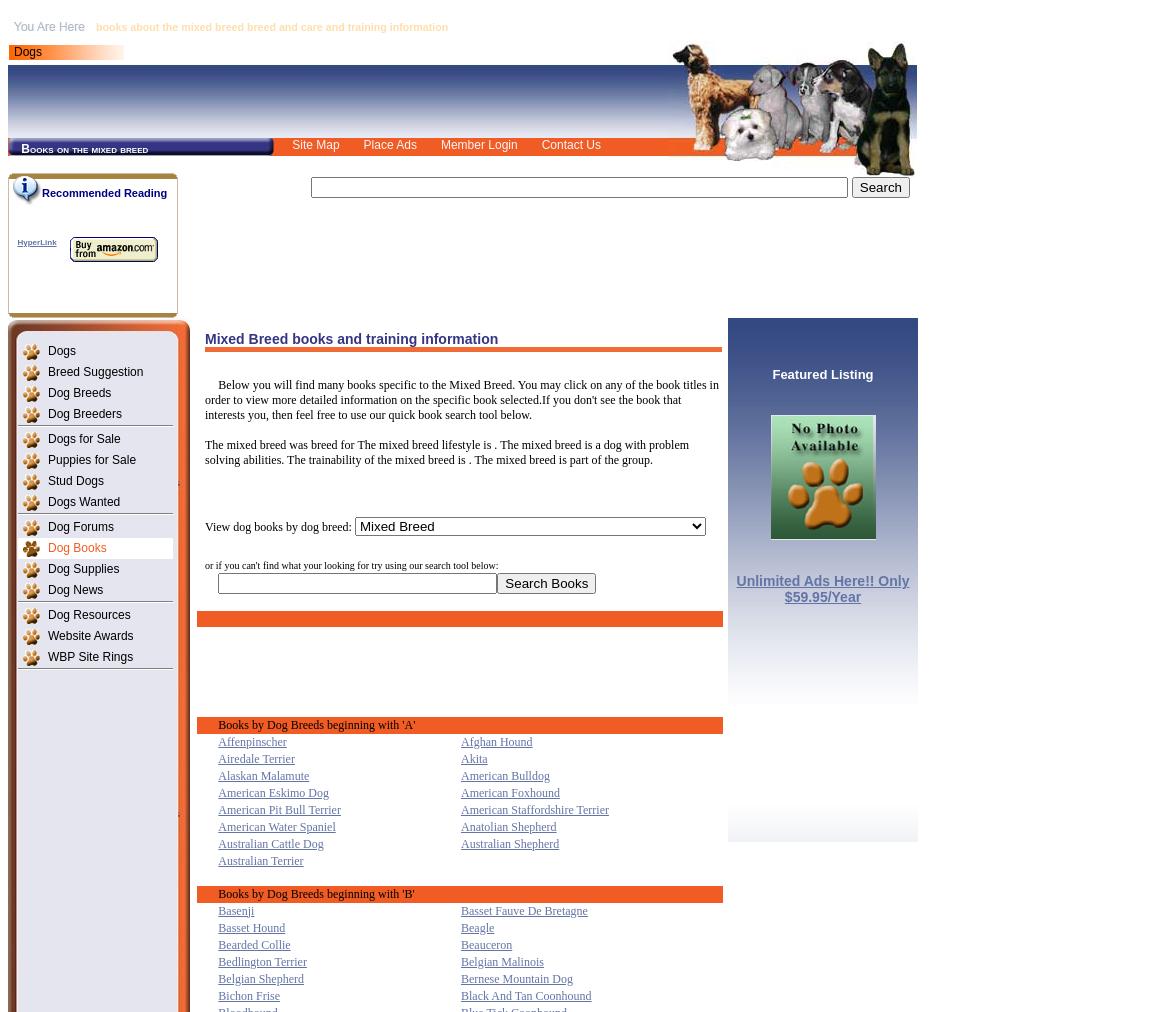 The width and height of the screenshot is (1150, 1012). Describe the element at coordinates (262, 773) in the screenshot. I see `'Alaskan Malamute'` at that location.